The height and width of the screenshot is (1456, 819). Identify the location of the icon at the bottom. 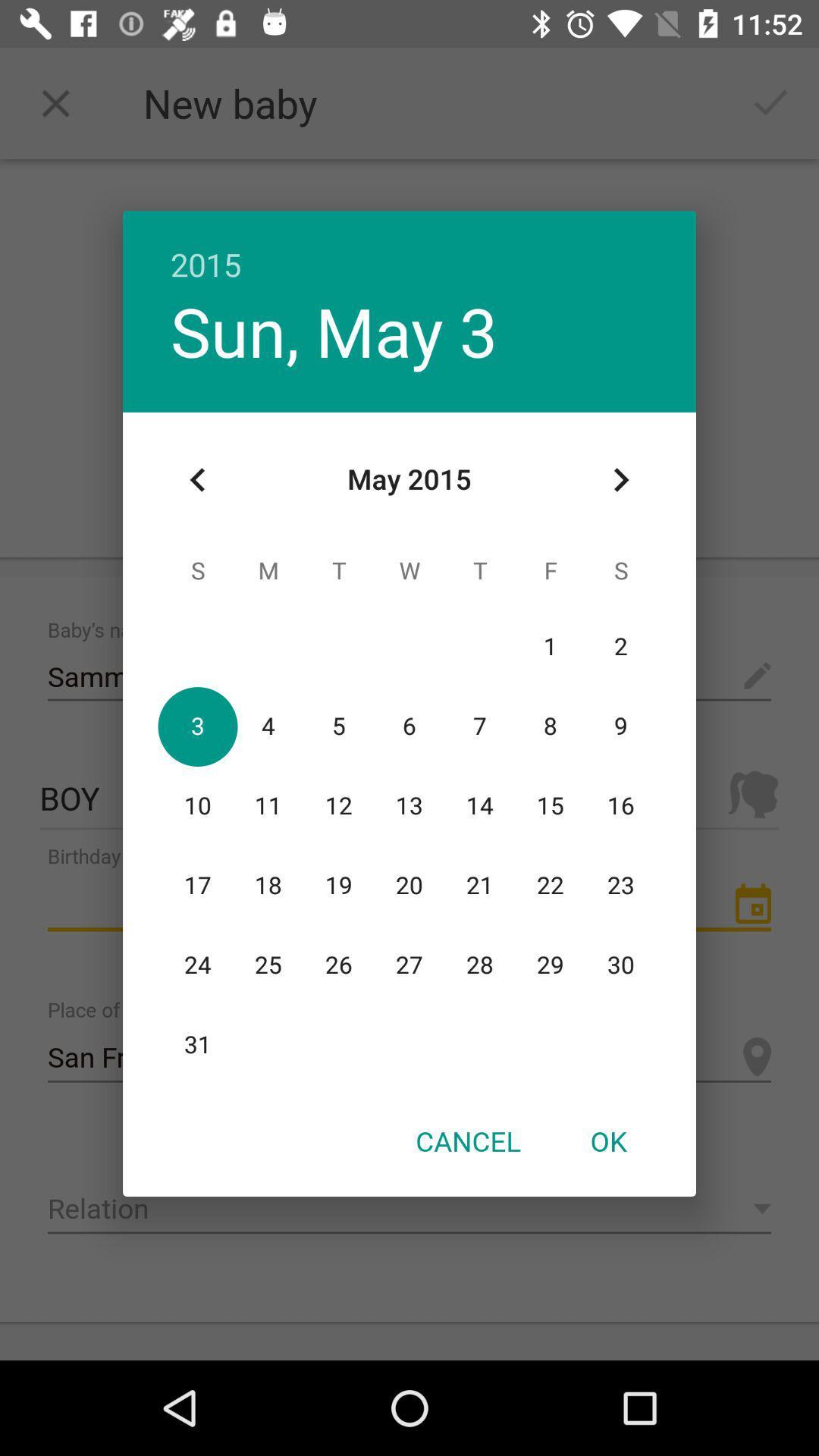
(467, 1141).